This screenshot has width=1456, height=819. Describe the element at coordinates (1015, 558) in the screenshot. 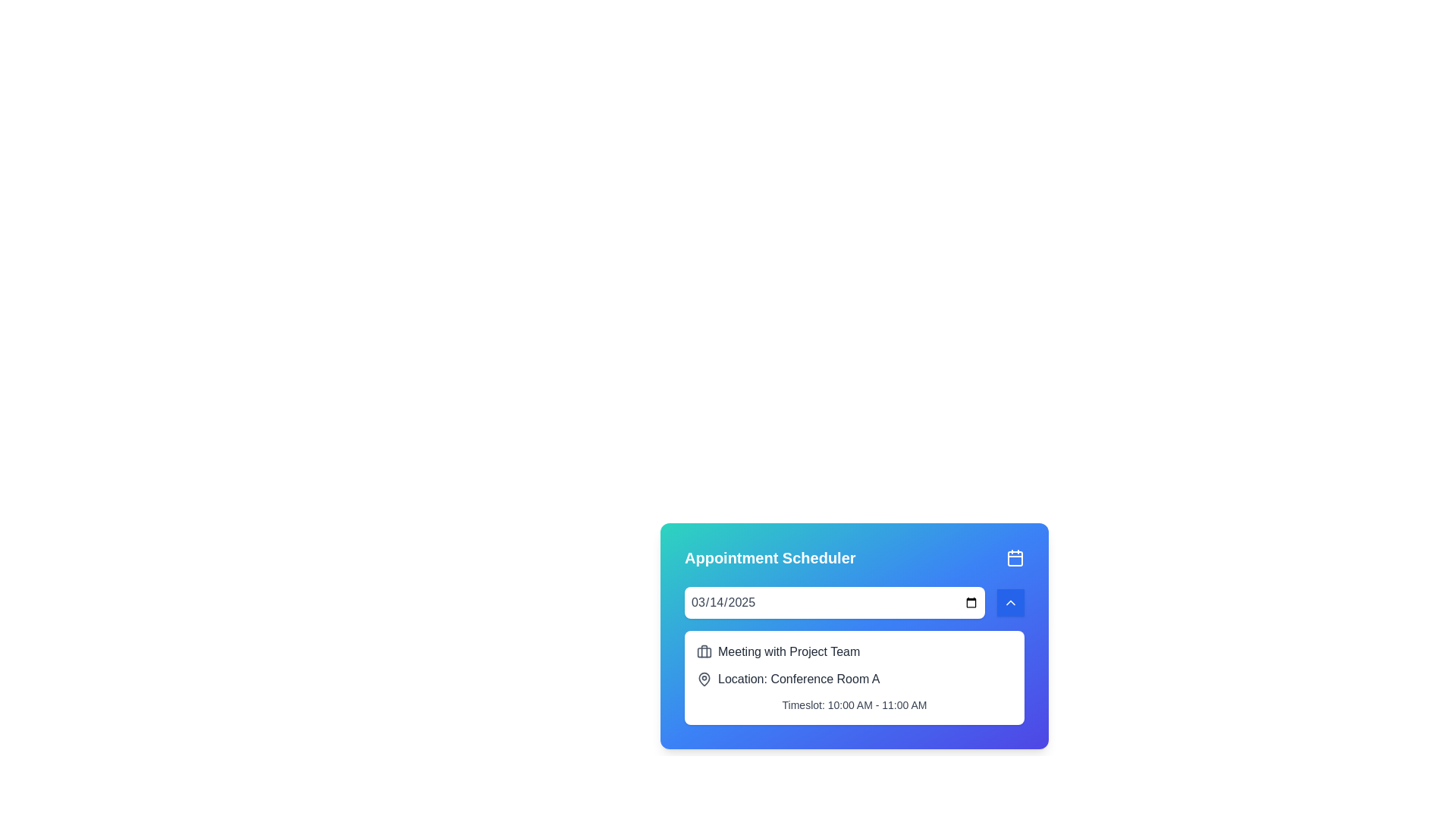

I see `the blue rectangle within the calendar icon in the top-right corner of the Appointment Scheduler interface` at that location.